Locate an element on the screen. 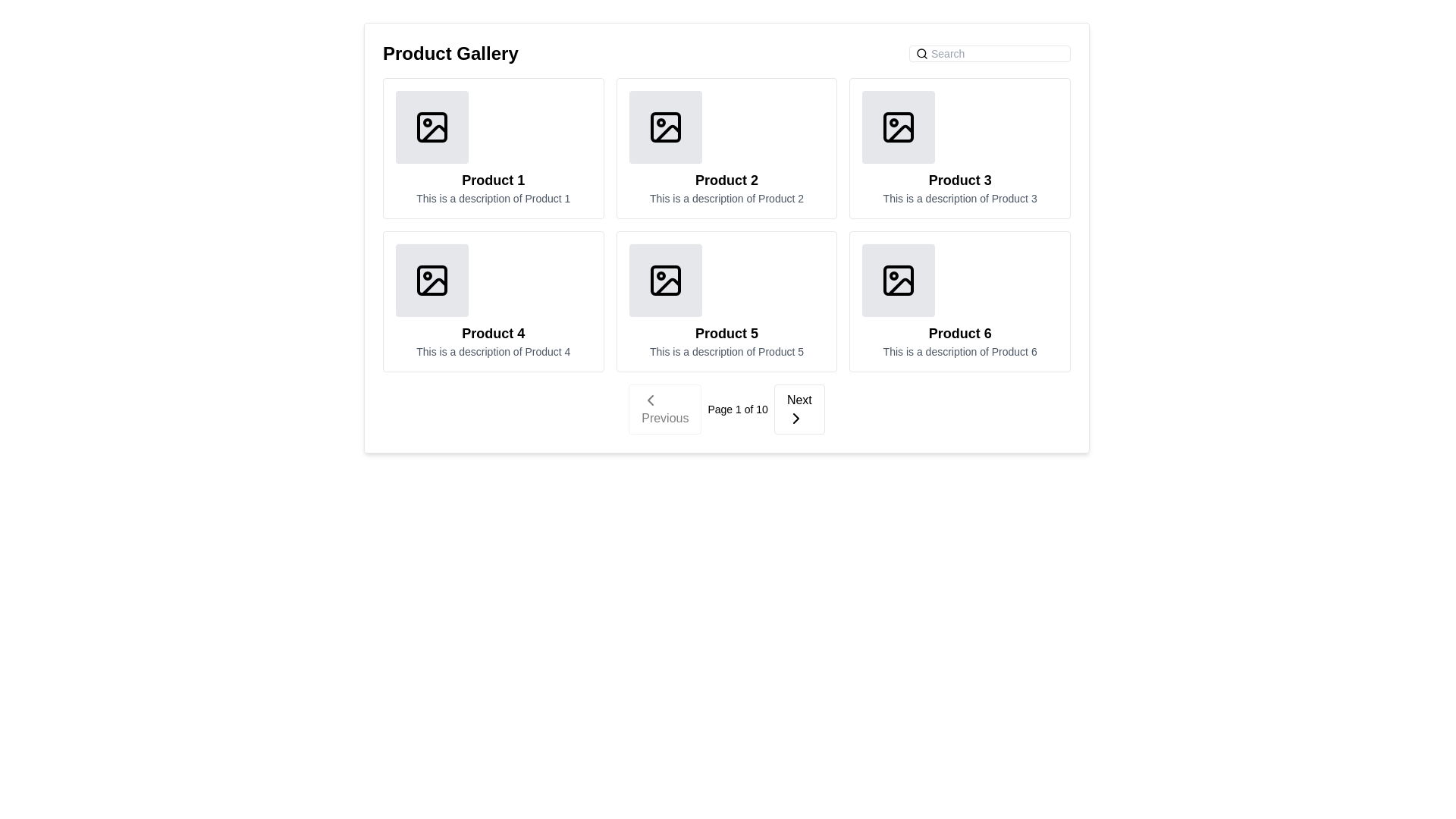  the chevron icon within the 'Next' button is located at coordinates (795, 418).